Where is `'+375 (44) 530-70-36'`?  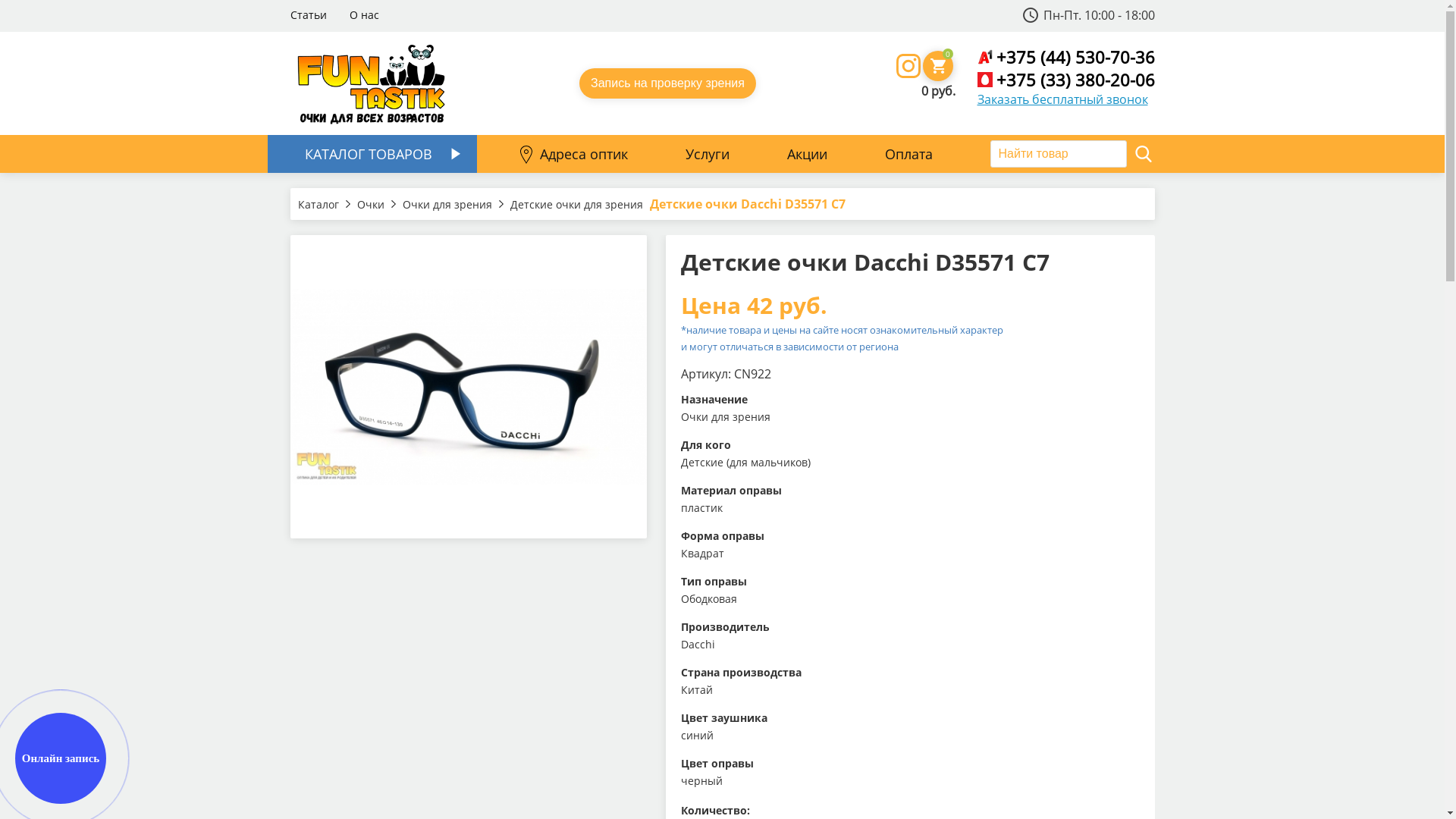
'+375 (44) 530-70-36' is located at coordinates (1075, 55).